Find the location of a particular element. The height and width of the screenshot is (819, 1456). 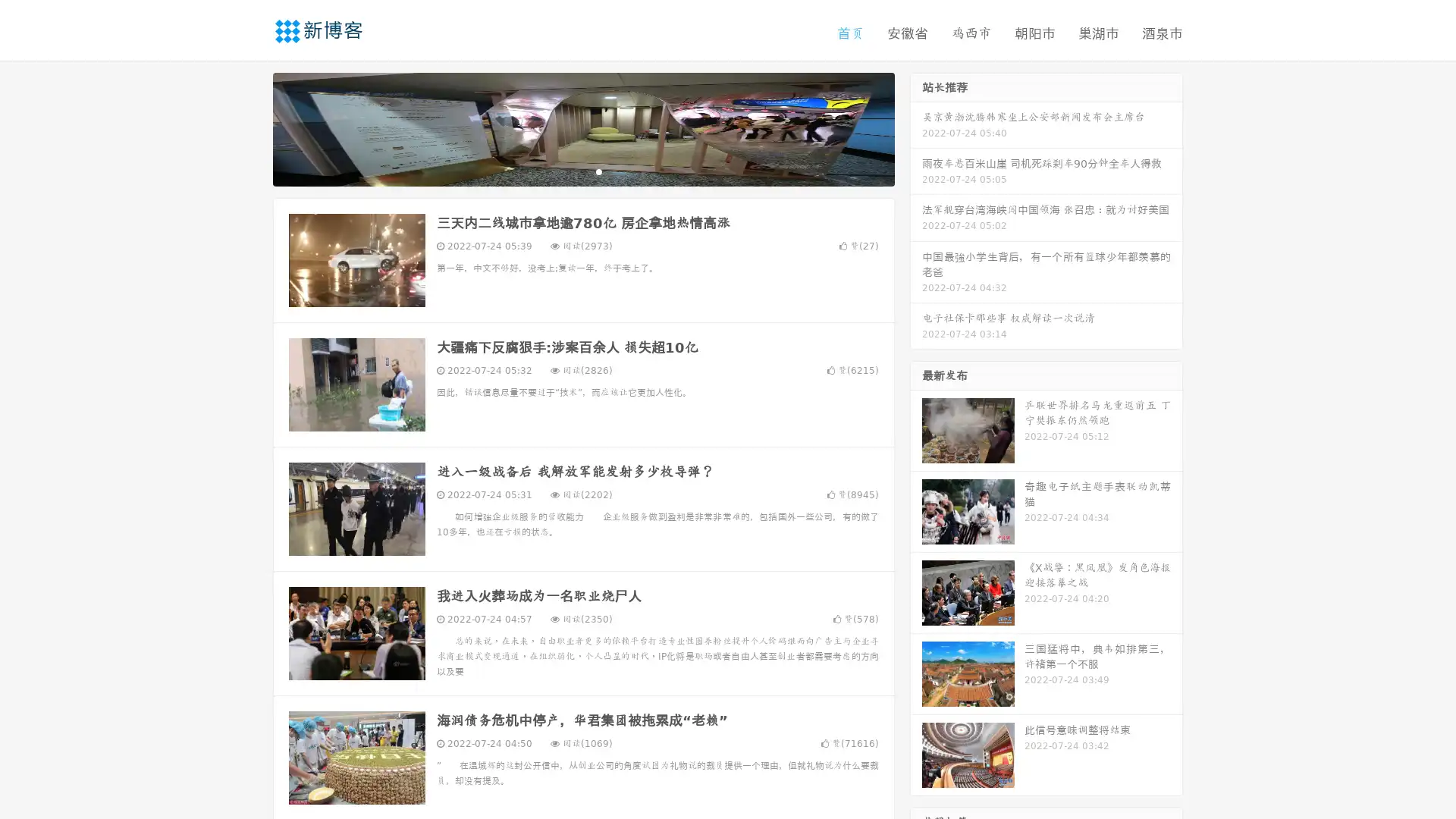

Go to slide 3 is located at coordinates (598, 171).